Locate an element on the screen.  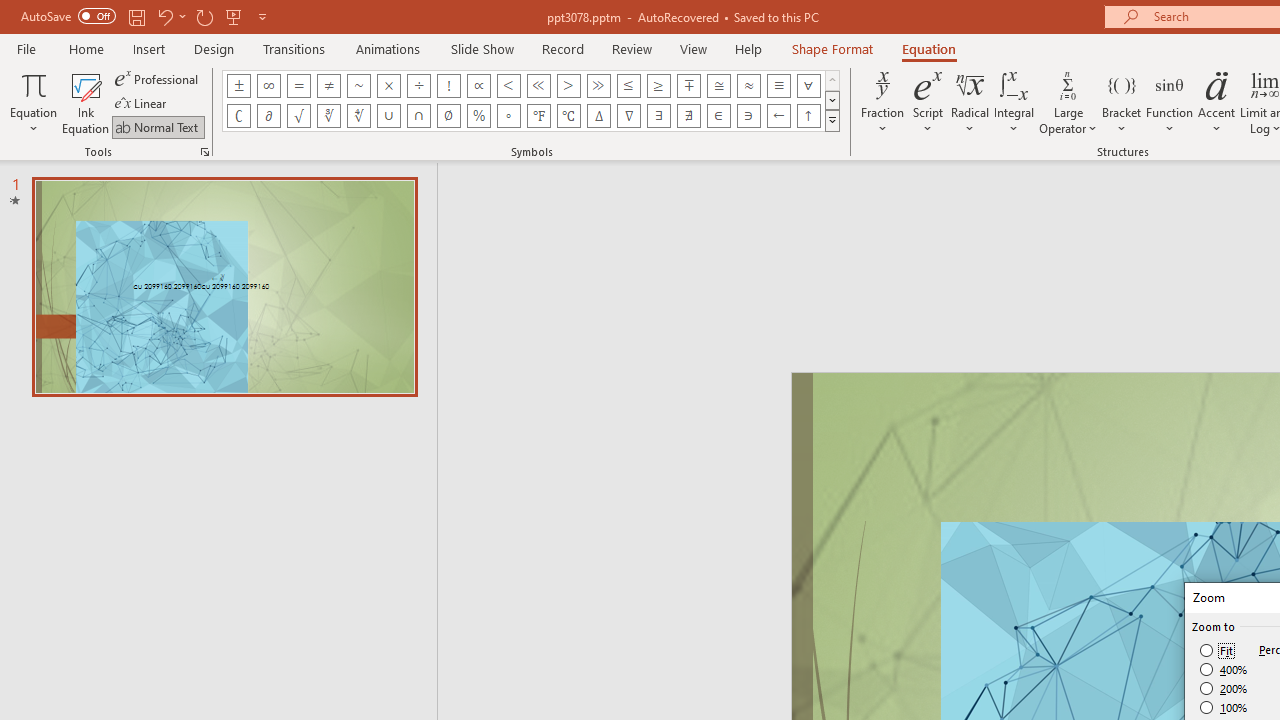
'200%' is located at coordinates (1223, 688).